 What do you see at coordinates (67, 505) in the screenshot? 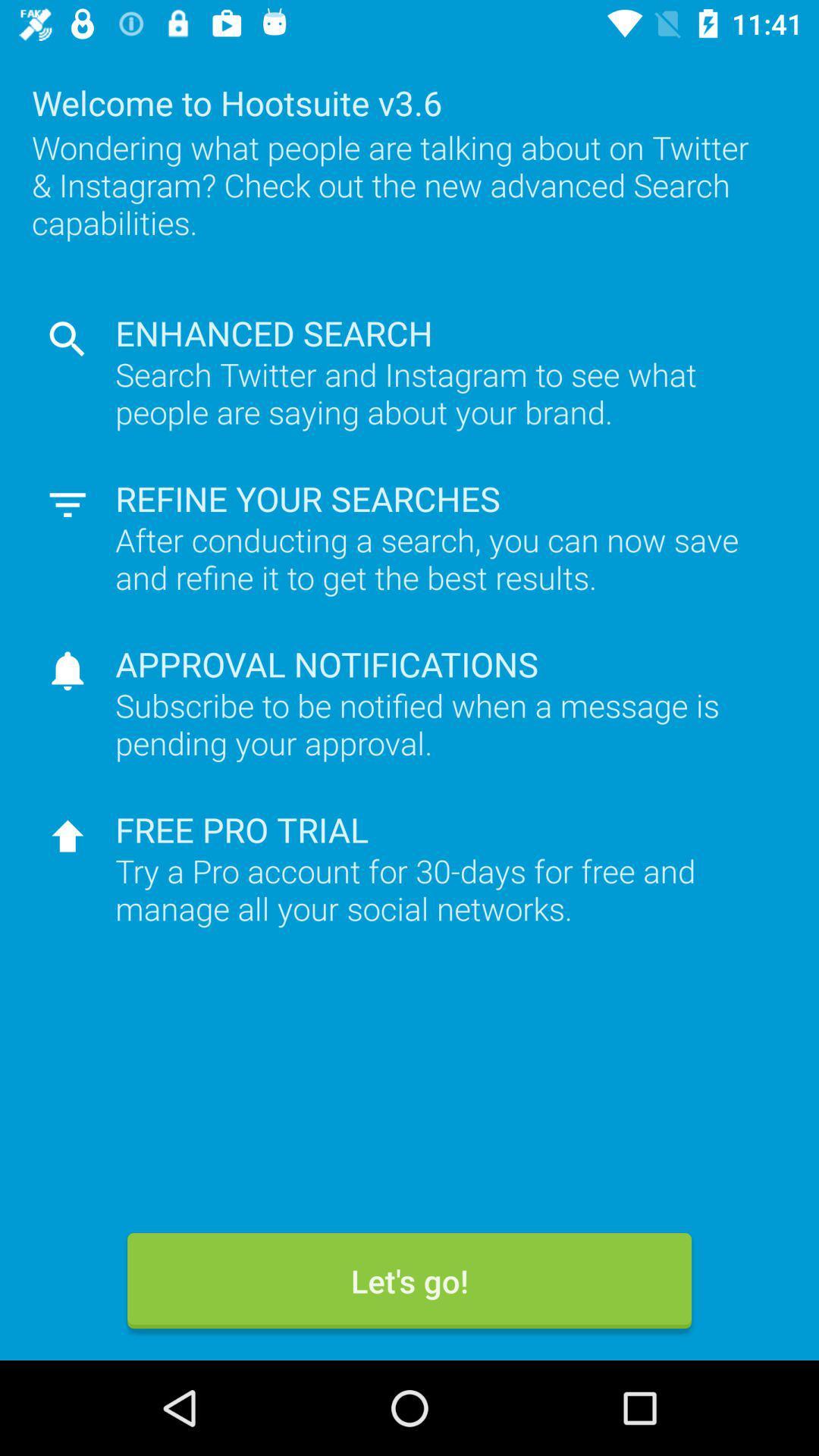
I see `the icon left to refine your searches` at bounding box center [67, 505].